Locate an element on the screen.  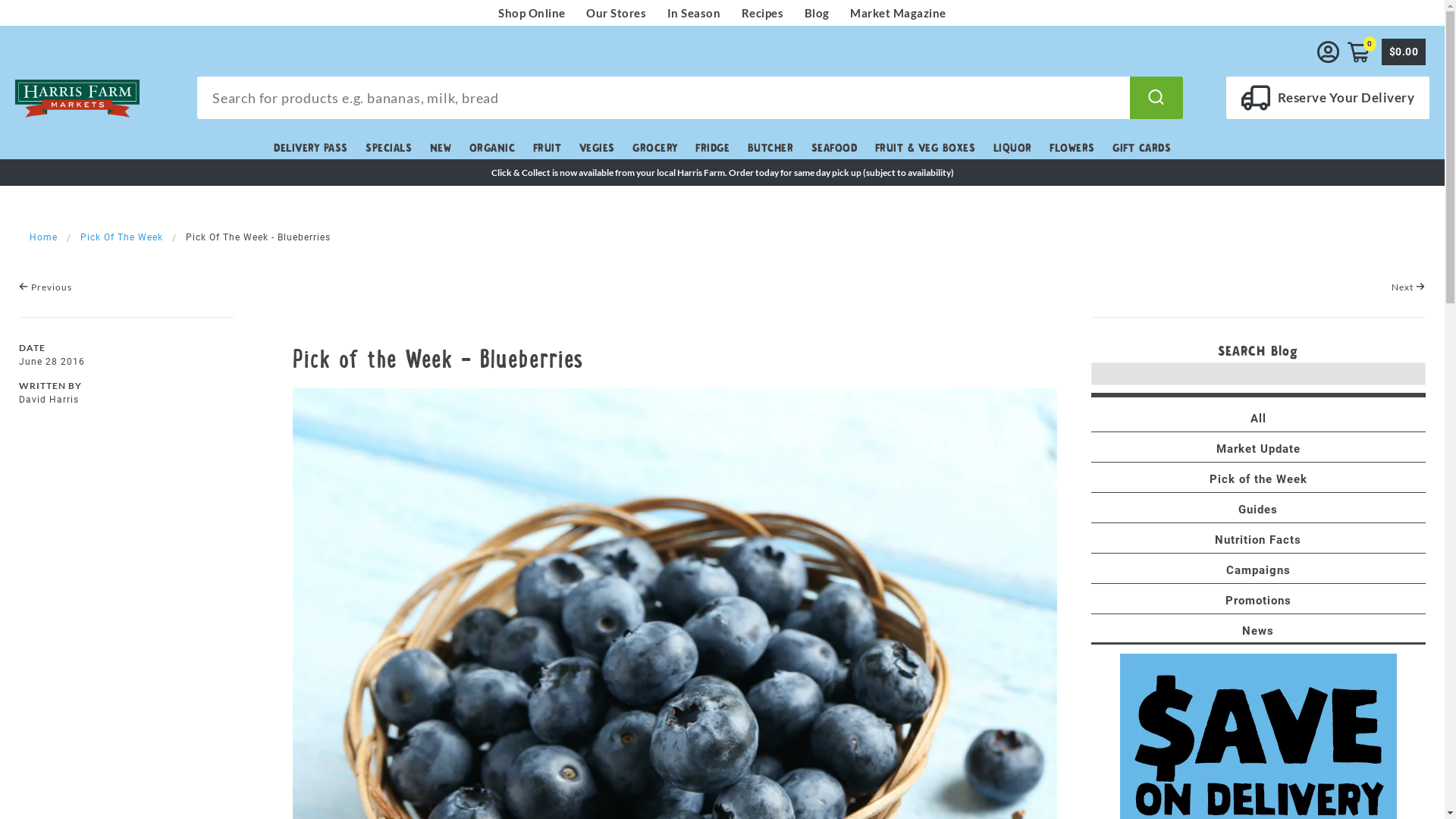
'FLOWERS' is located at coordinates (1072, 148).